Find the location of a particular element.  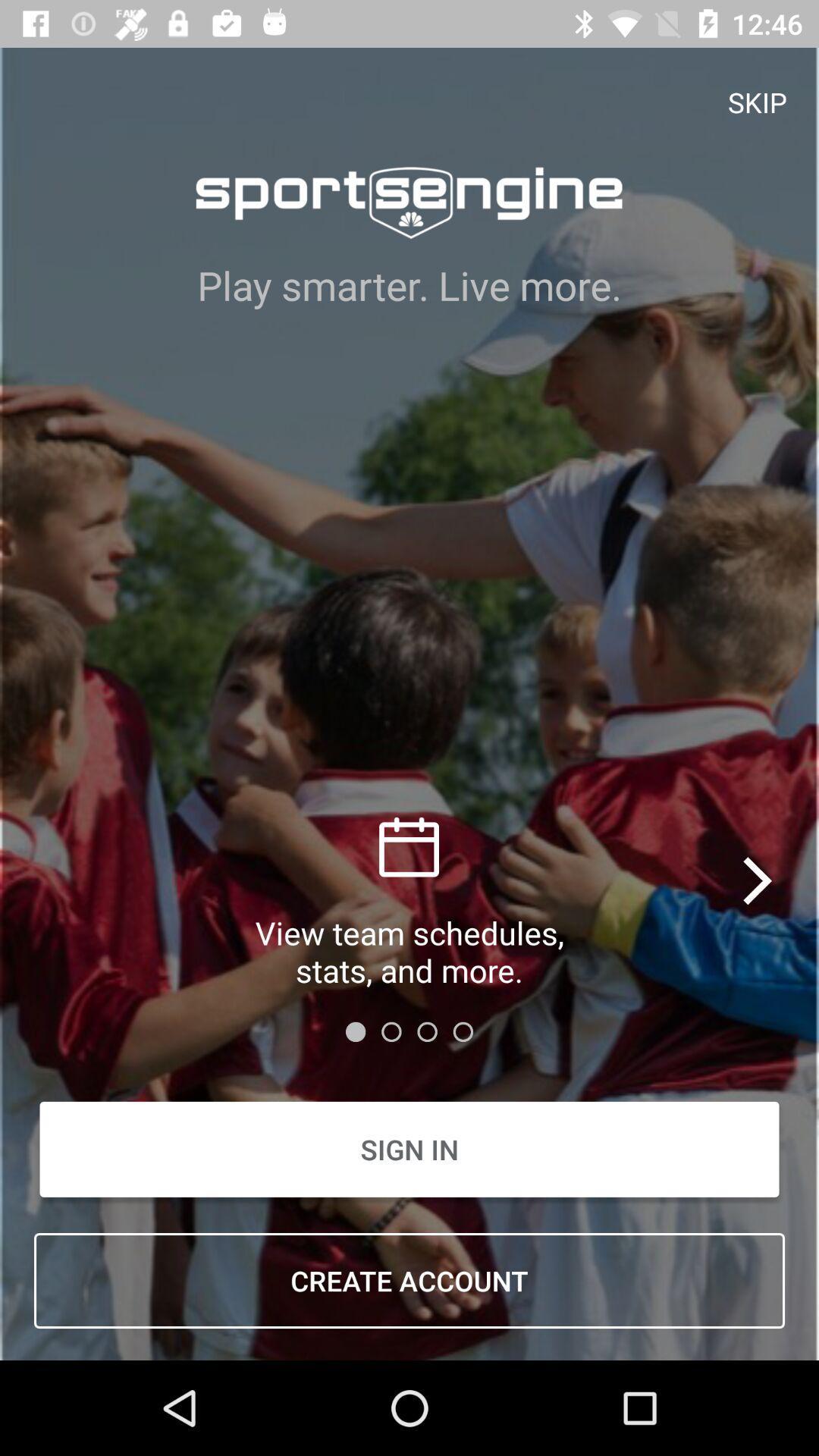

item to the right of the view team schedules icon is located at coordinates (759, 880).